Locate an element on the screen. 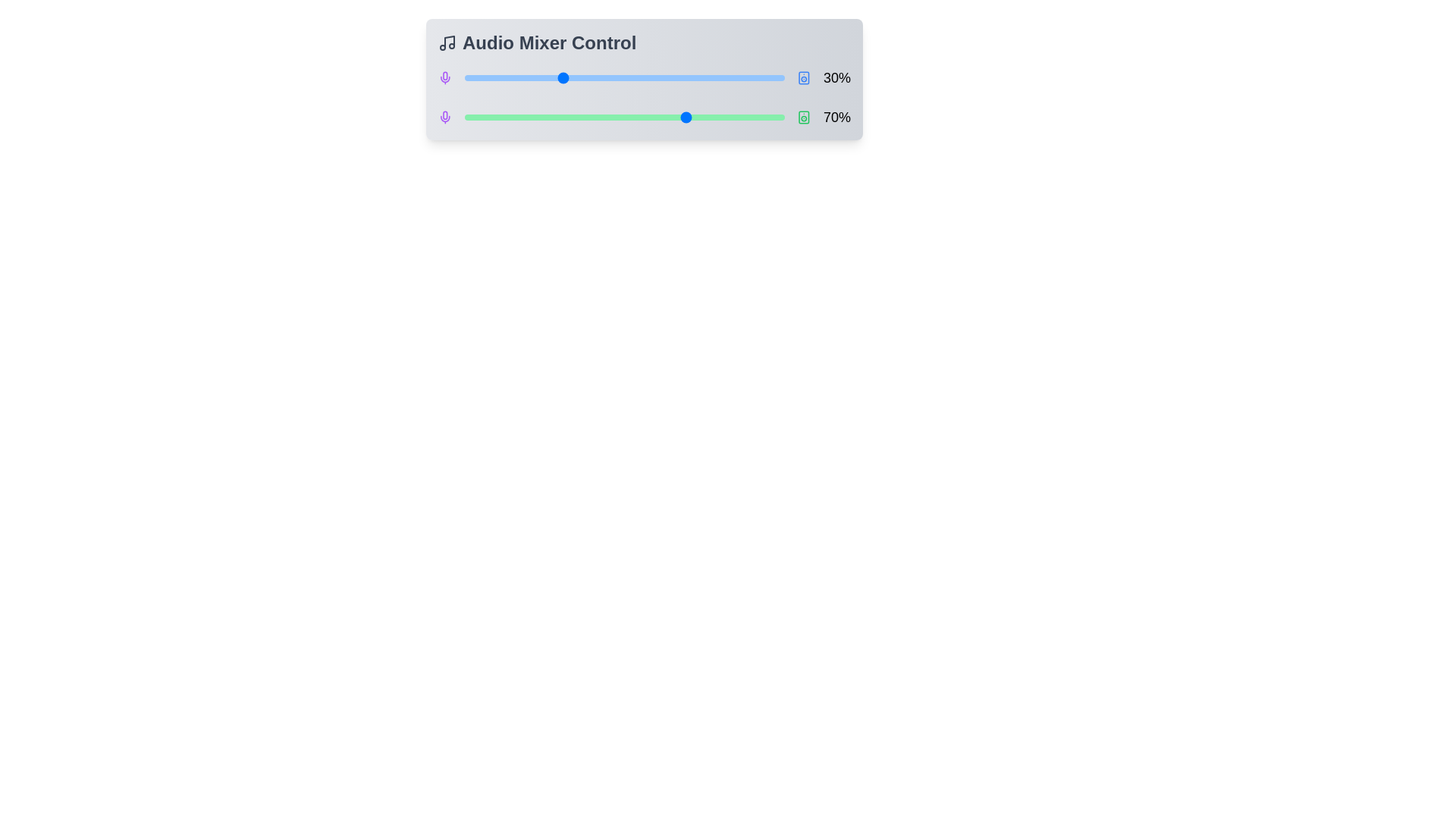 The width and height of the screenshot is (1456, 819). the slider is located at coordinates (591, 78).